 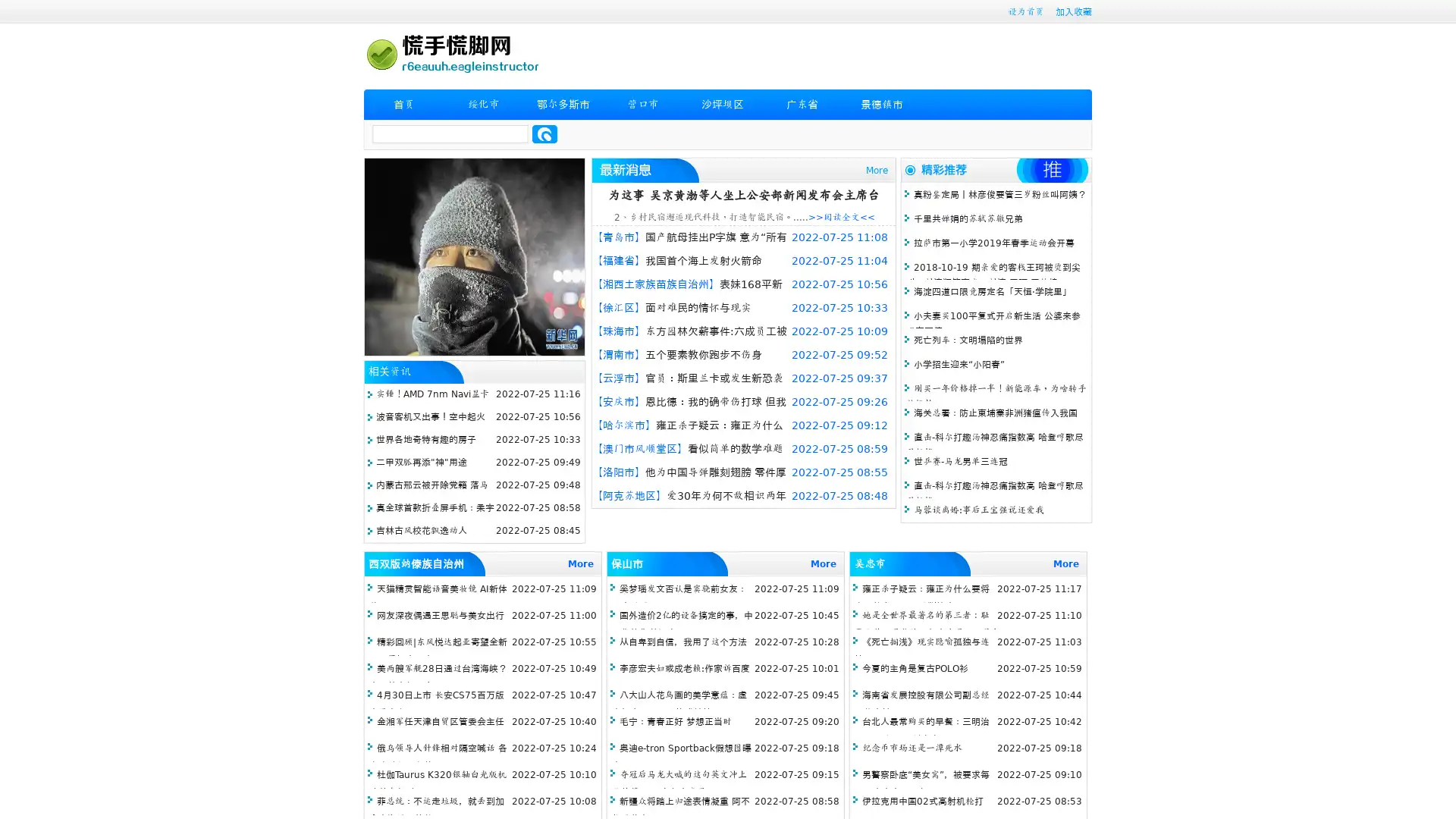 I want to click on Search, so click(x=544, y=133).